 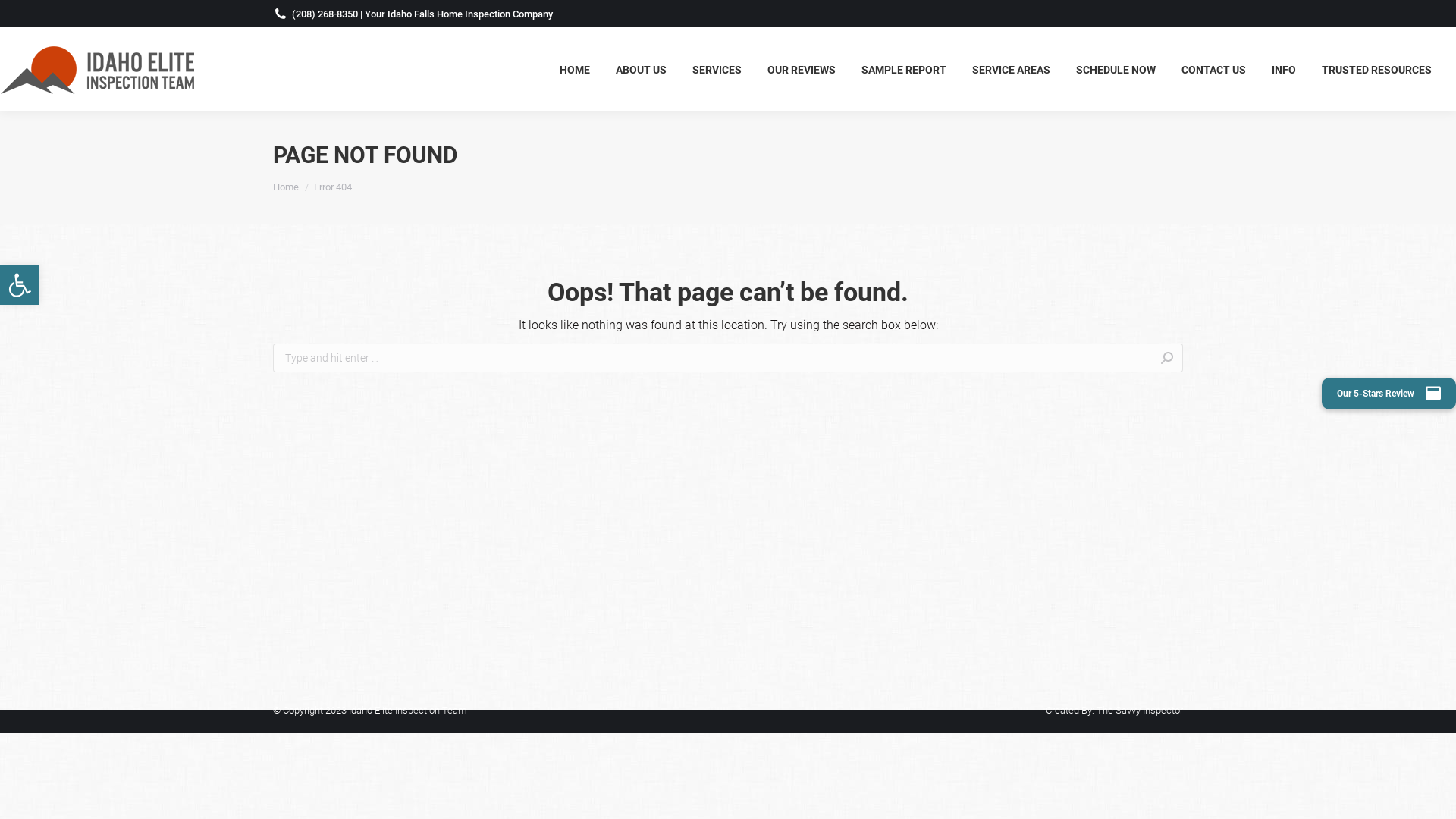 What do you see at coordinates (286, 185) in the screenshot?
I see `'Home'` at bounding box center [286, 185].